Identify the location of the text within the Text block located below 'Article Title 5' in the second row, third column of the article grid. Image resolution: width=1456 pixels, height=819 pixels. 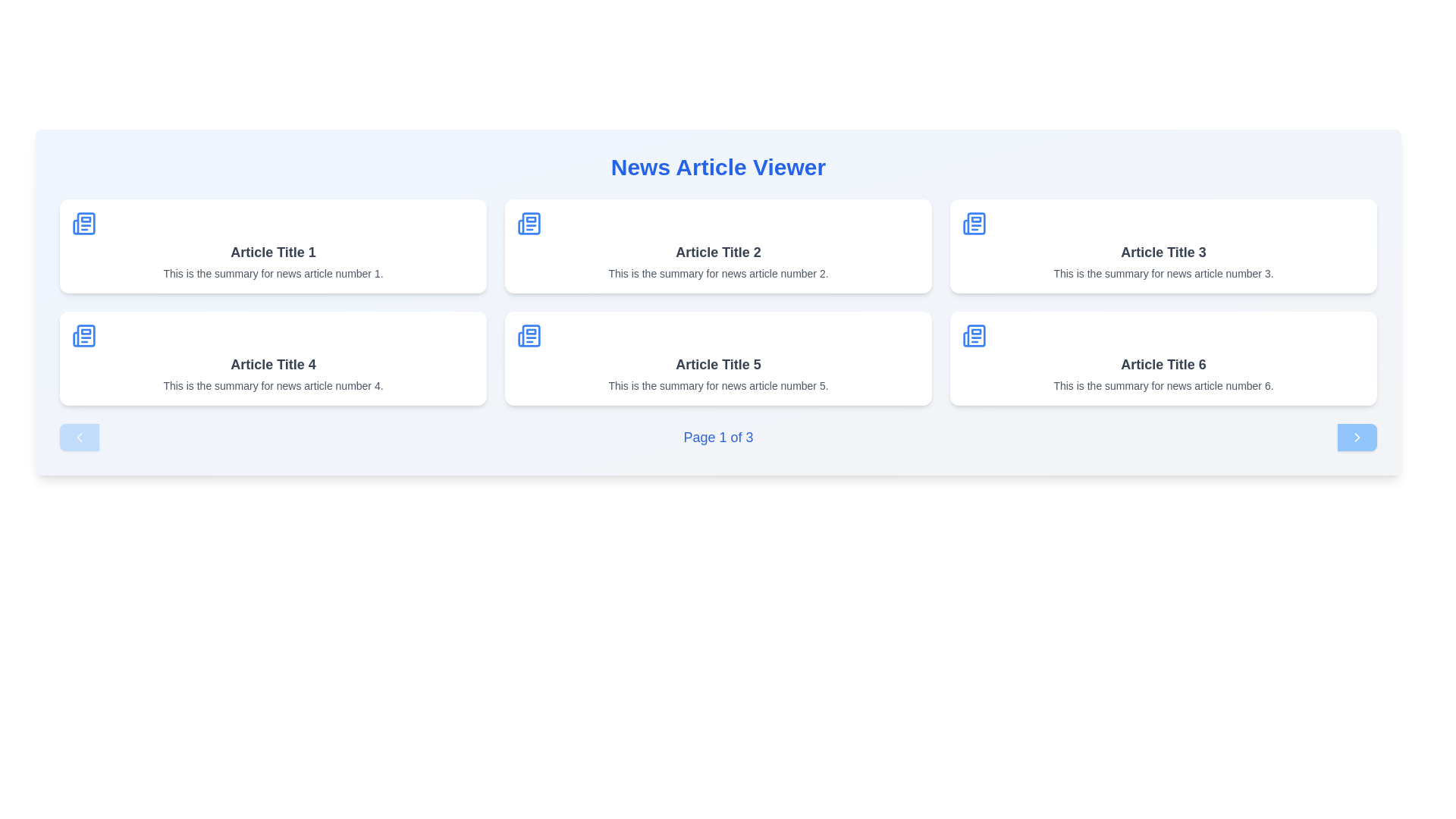
(717, 385).